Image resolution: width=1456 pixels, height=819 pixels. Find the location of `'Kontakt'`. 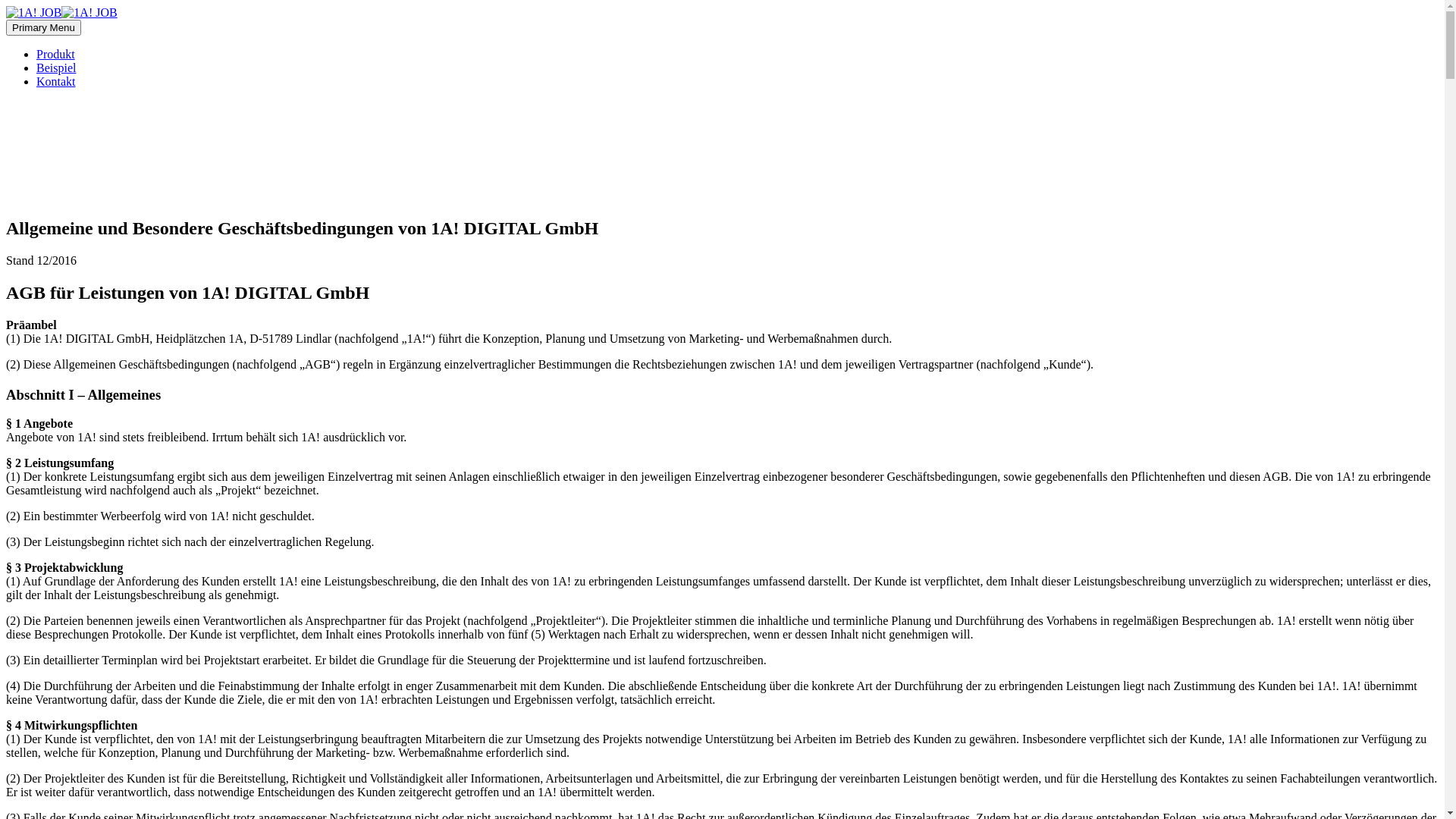

'Kontakt' is located at coordinates (55, 81).